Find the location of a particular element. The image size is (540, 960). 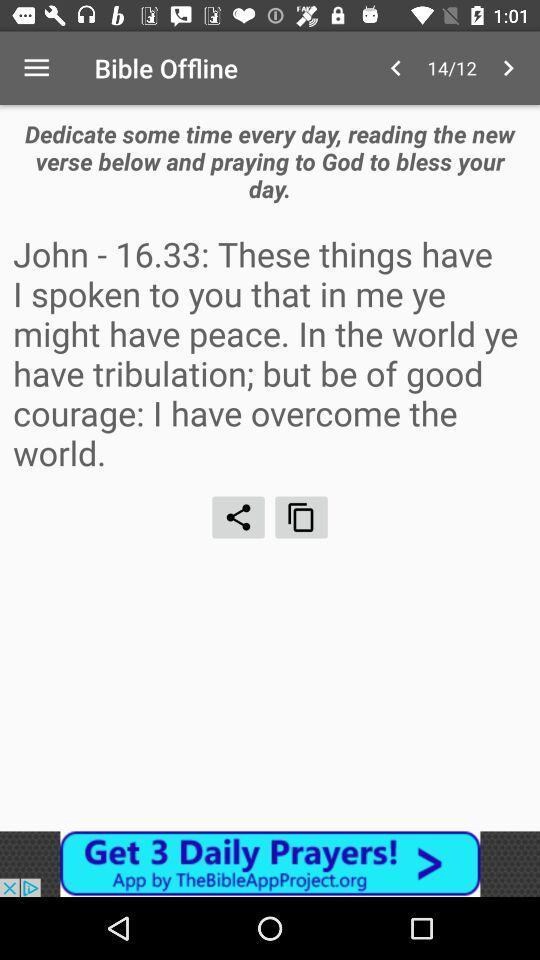

share text is located at coordinates (238, 516).